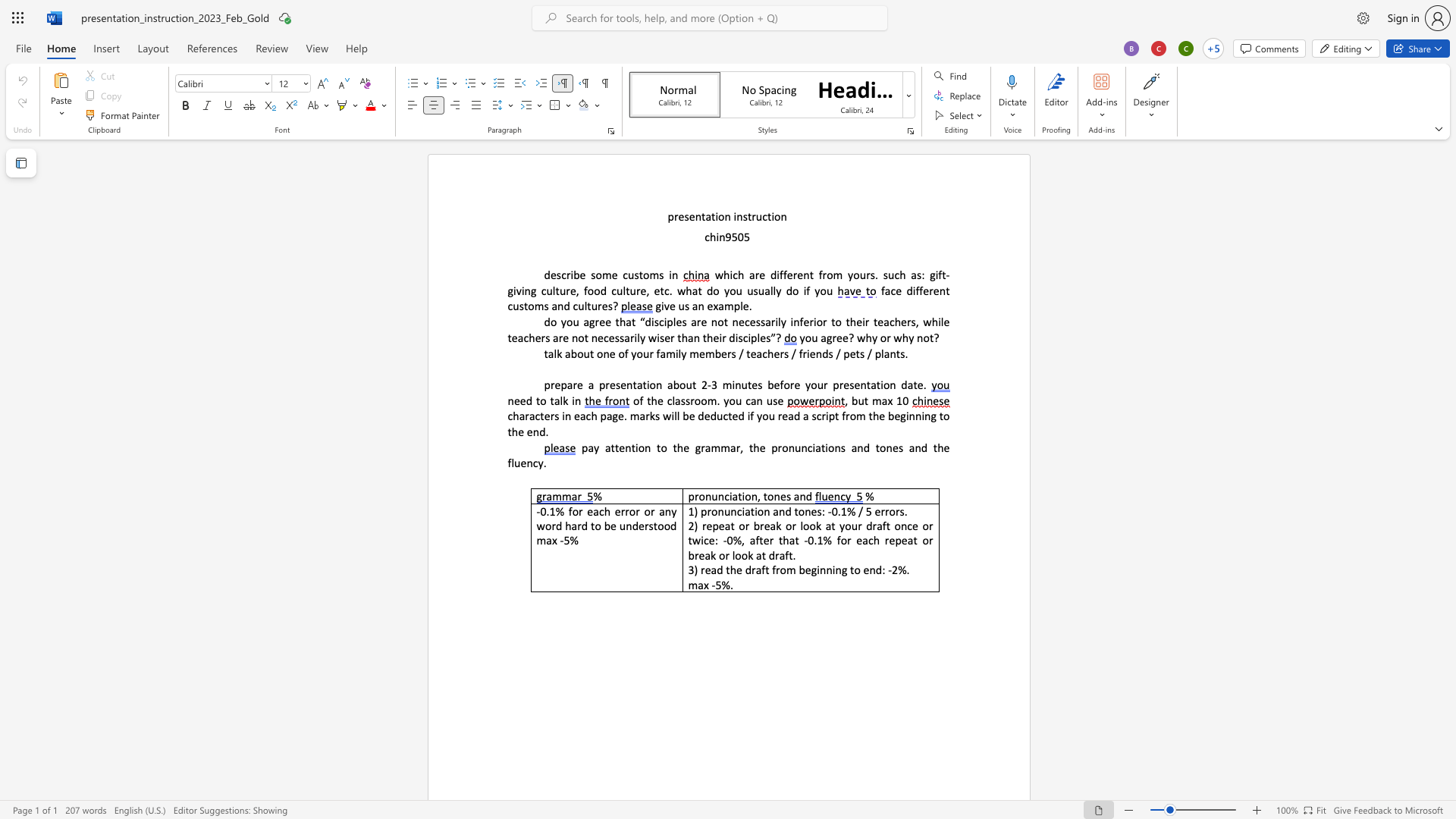 This screenshot has width=1456, height=819. I want to click on the space between the continuous character "a" and "t" in the text, so click(710, 216).